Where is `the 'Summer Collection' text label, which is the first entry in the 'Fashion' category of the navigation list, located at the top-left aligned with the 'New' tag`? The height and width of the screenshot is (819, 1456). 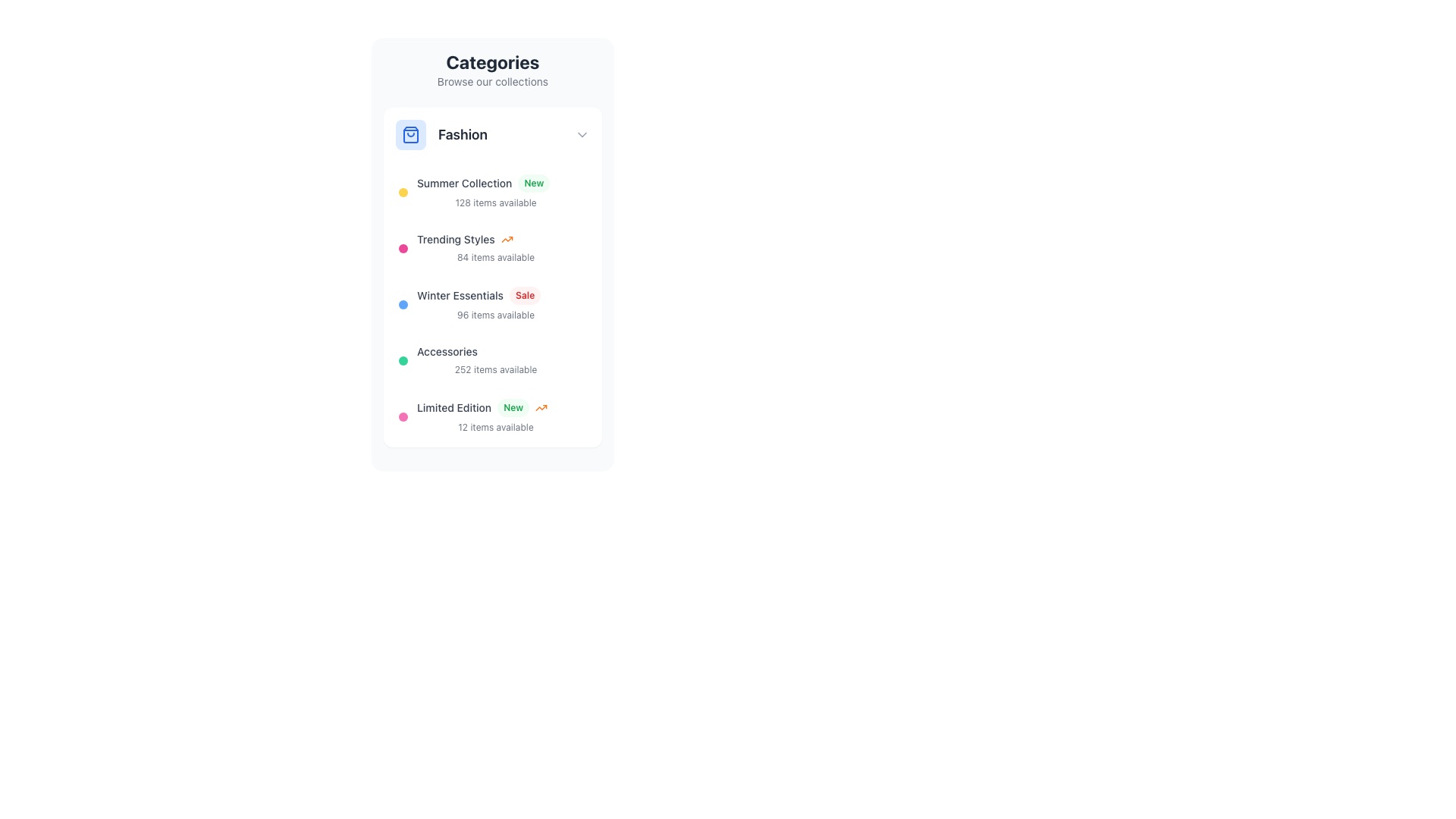
the 'Summer Collection' text label, which is the first entry in the 'Fashion' category of the navigation list, located at the top-left aligned with the 'New' tag is located at coordinates (463, 183).